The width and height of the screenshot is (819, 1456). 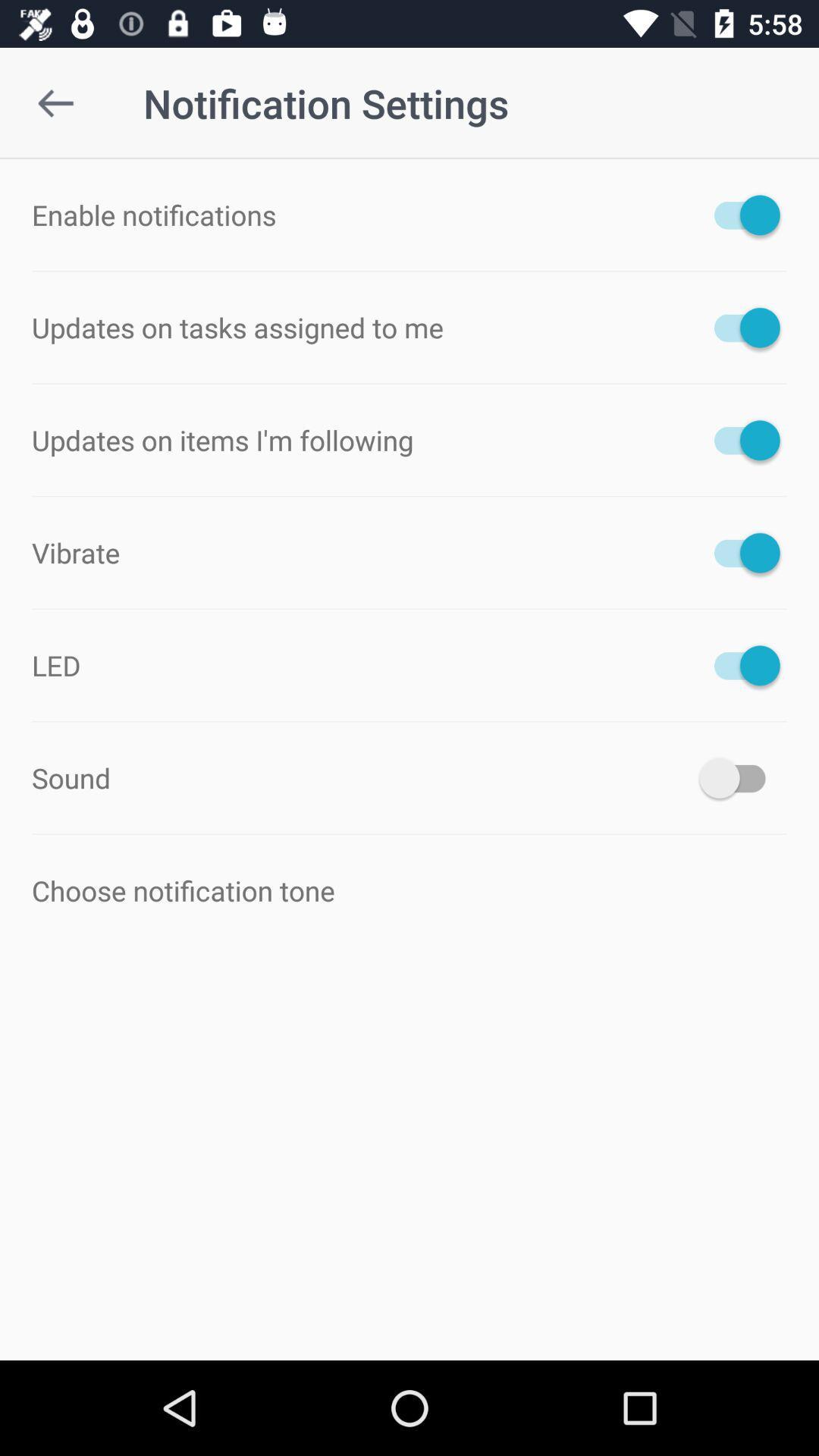 I want to click on notification on off option, so click(x=739, y=439).